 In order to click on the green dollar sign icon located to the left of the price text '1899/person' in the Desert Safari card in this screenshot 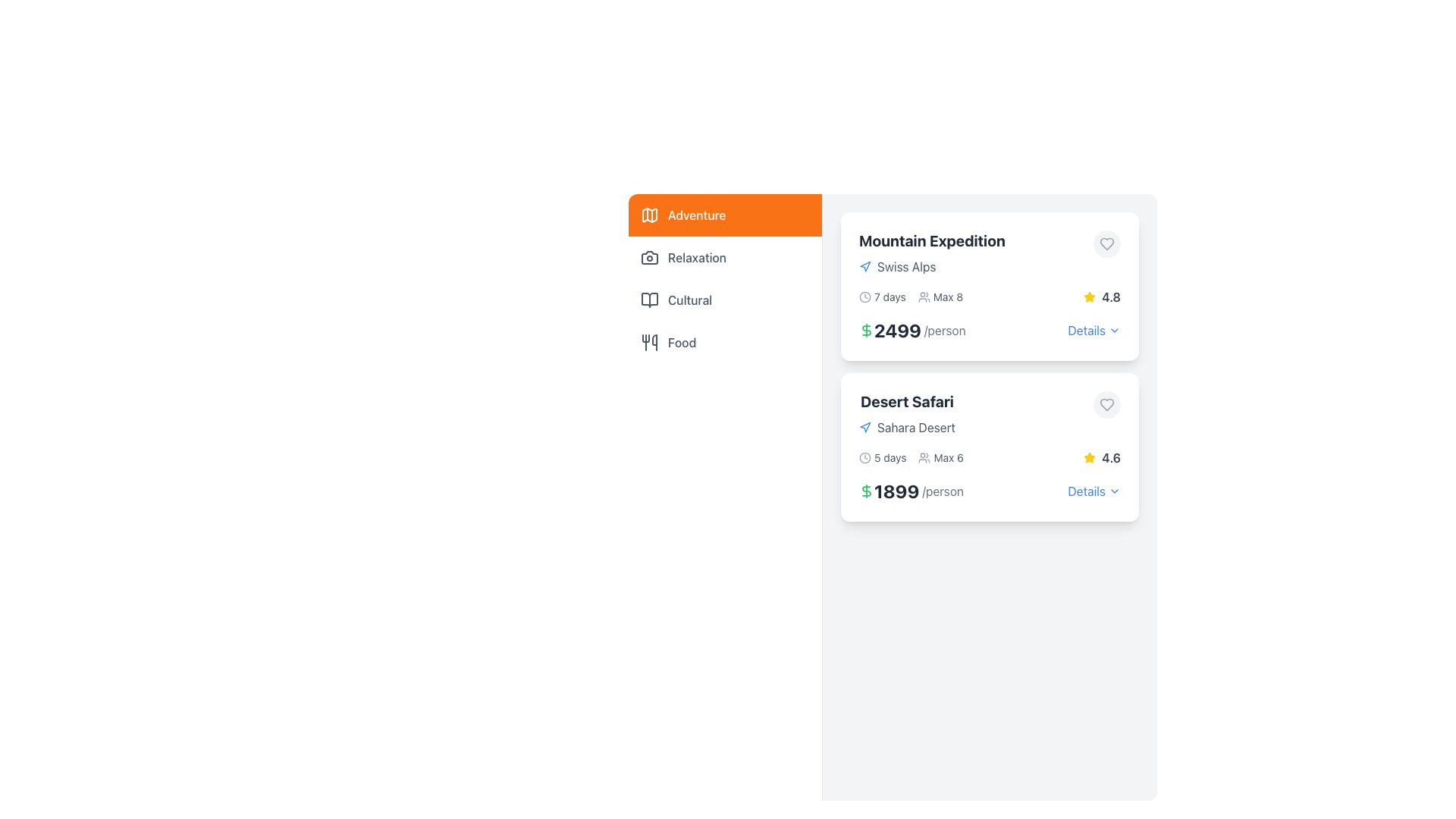, I will do `click(866, 491)`.